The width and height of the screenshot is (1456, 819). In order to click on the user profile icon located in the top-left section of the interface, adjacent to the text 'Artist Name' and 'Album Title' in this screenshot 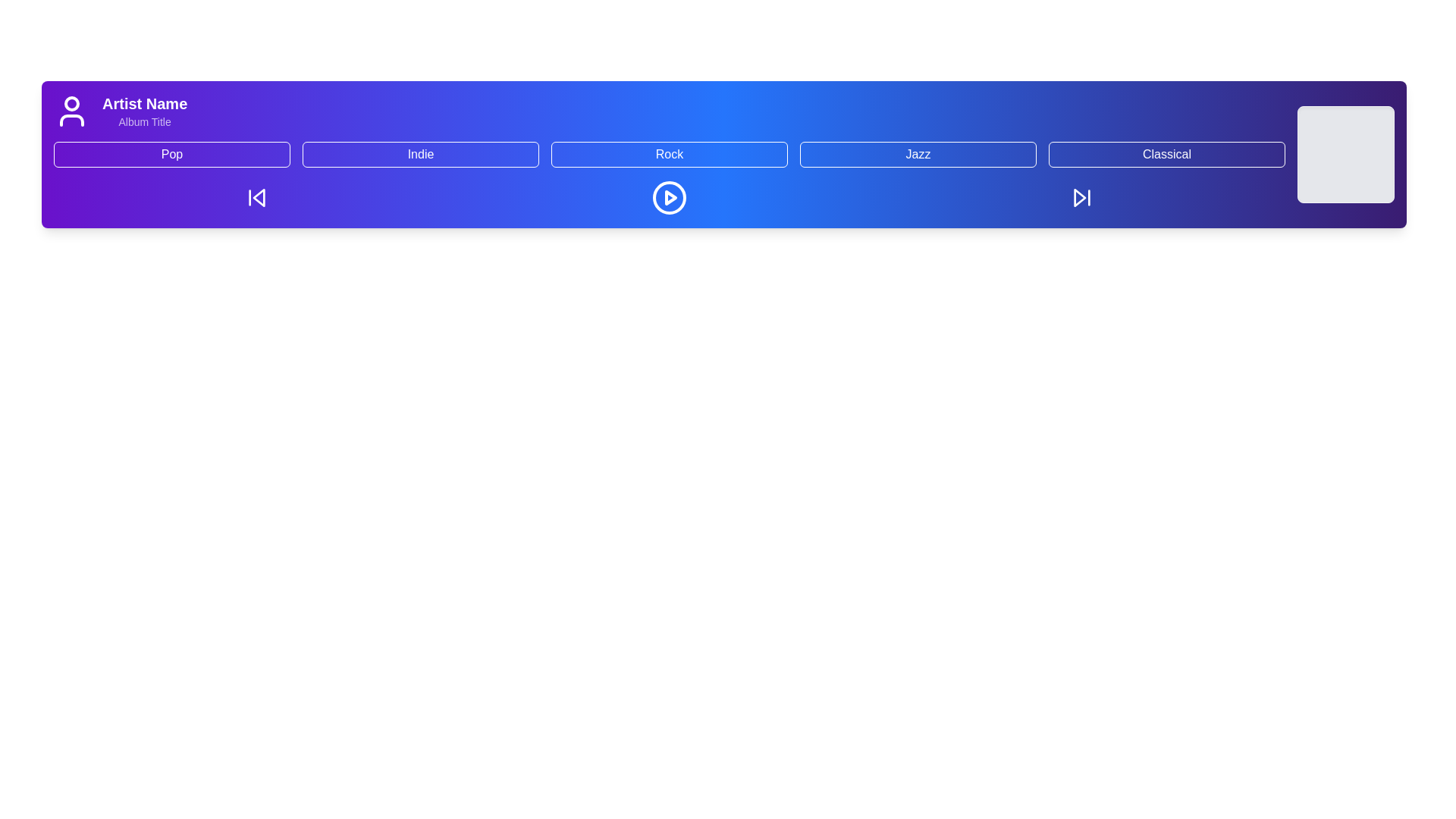, I will do `click(71, 119)`.